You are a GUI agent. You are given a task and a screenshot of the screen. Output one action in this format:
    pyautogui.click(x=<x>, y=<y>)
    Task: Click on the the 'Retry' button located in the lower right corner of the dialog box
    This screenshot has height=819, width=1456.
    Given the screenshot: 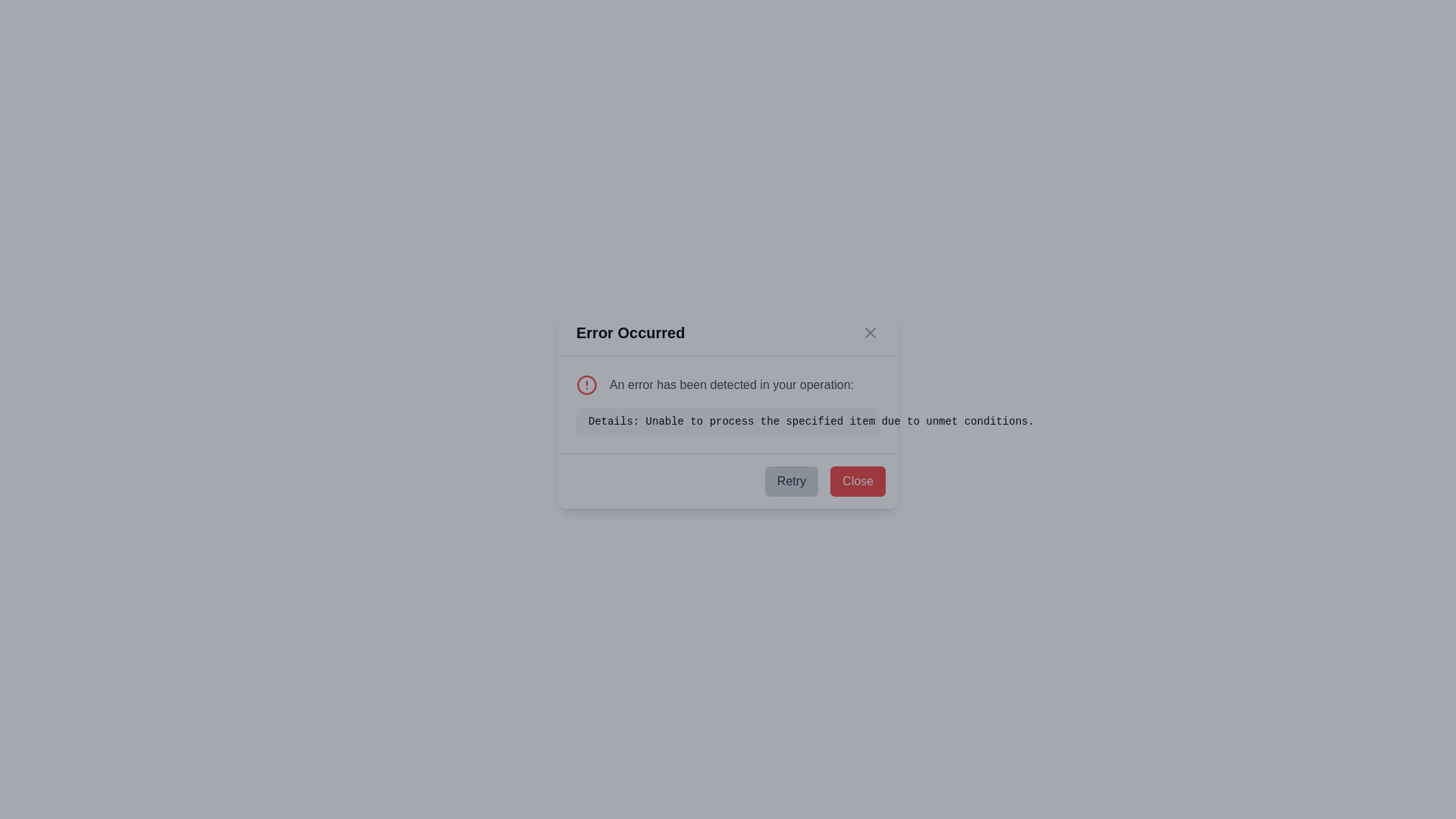 What is the action you would take?
    pyautogui.click(x=790, y=482)
    